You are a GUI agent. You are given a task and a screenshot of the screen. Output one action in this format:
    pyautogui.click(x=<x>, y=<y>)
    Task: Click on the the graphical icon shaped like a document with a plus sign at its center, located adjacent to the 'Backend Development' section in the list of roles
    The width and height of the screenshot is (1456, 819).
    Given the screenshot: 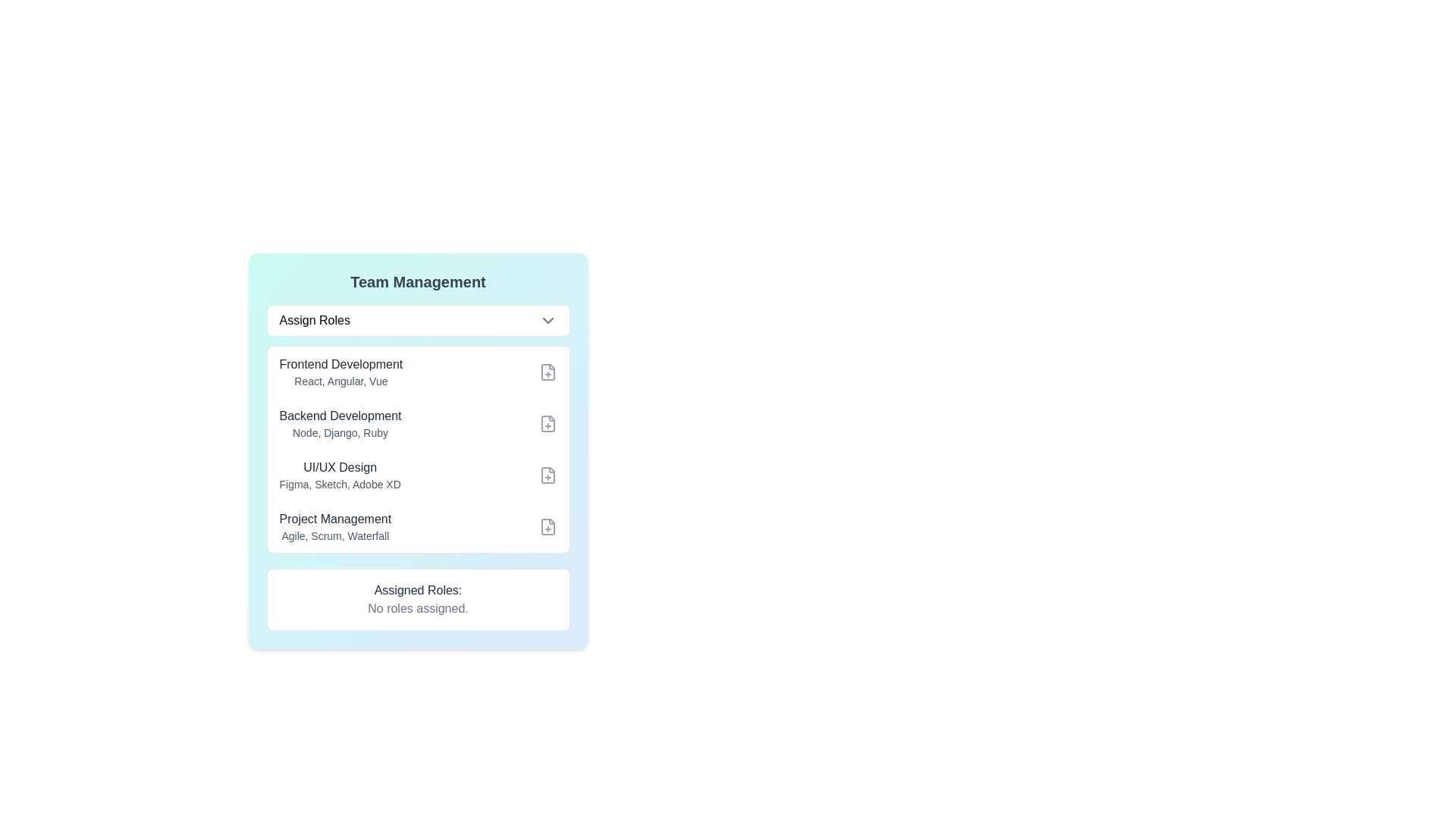 What is the action you would take?
    pyautogui.click(x=547, y=424)
    